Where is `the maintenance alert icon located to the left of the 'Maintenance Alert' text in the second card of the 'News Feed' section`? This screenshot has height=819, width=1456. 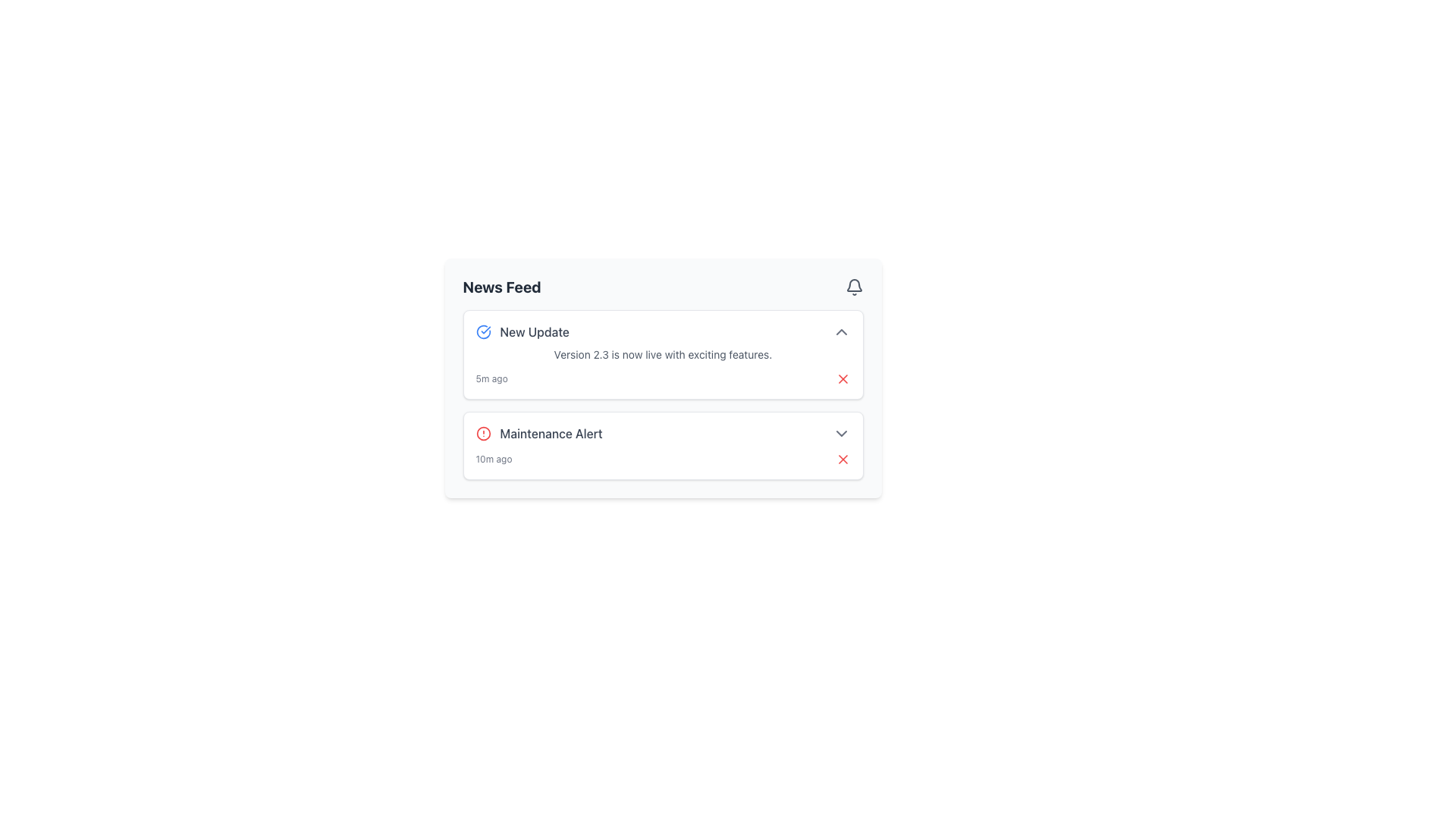 the maintenance alert icon located to the left of the 'Maintenance Alert' text in the second card of the 'News Feed' section is located at coordinates (482, 433).